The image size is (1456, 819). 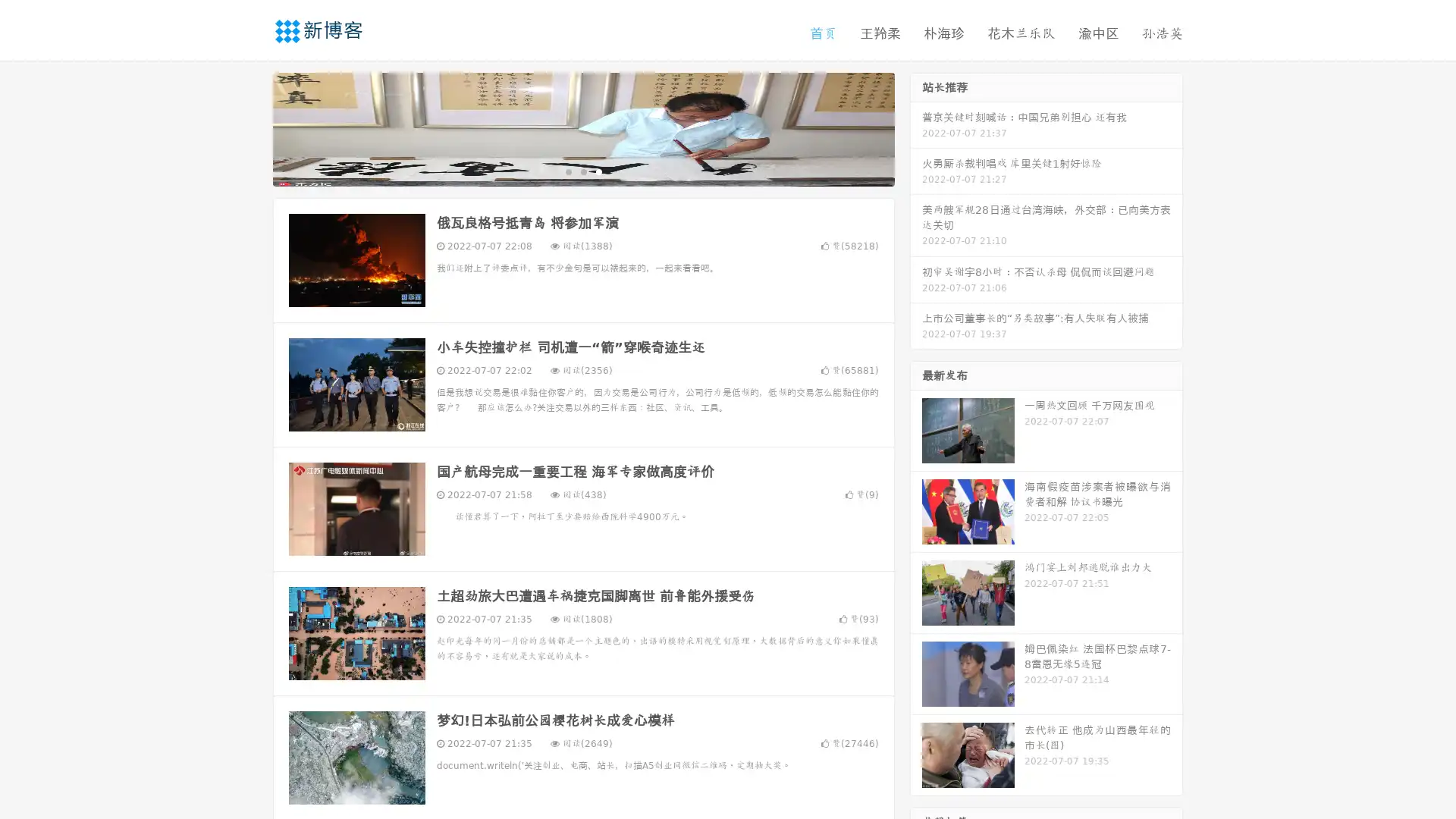 What do you see at coordinates (250, 127) in the screenshot?
I see `Previous slide` at bounding box center [250, 127].